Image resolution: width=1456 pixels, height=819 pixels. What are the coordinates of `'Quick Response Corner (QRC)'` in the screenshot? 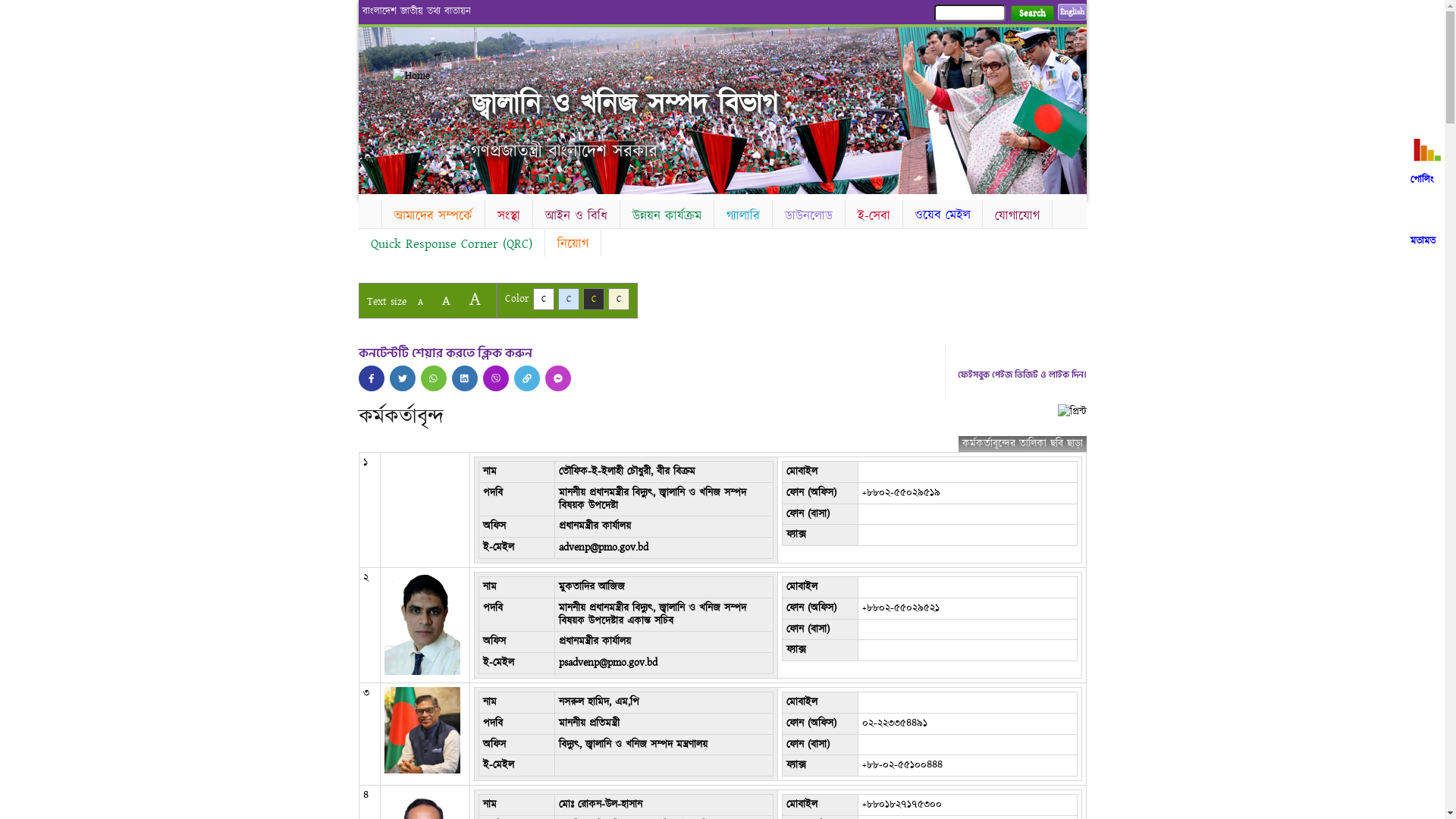 It's located at (450, 243).